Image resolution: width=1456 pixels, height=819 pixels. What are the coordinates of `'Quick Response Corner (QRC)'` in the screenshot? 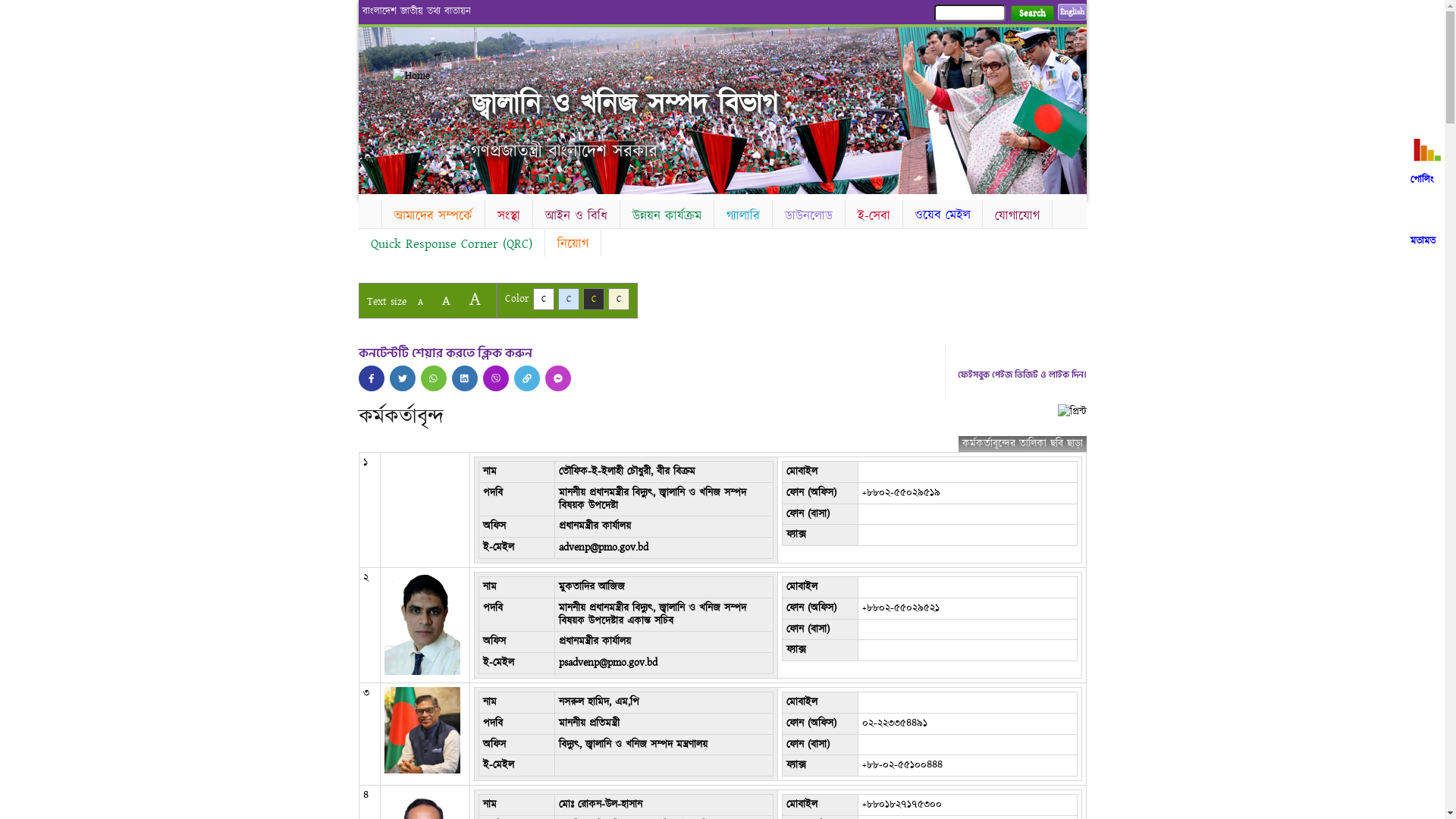 It's located at (450, 243).